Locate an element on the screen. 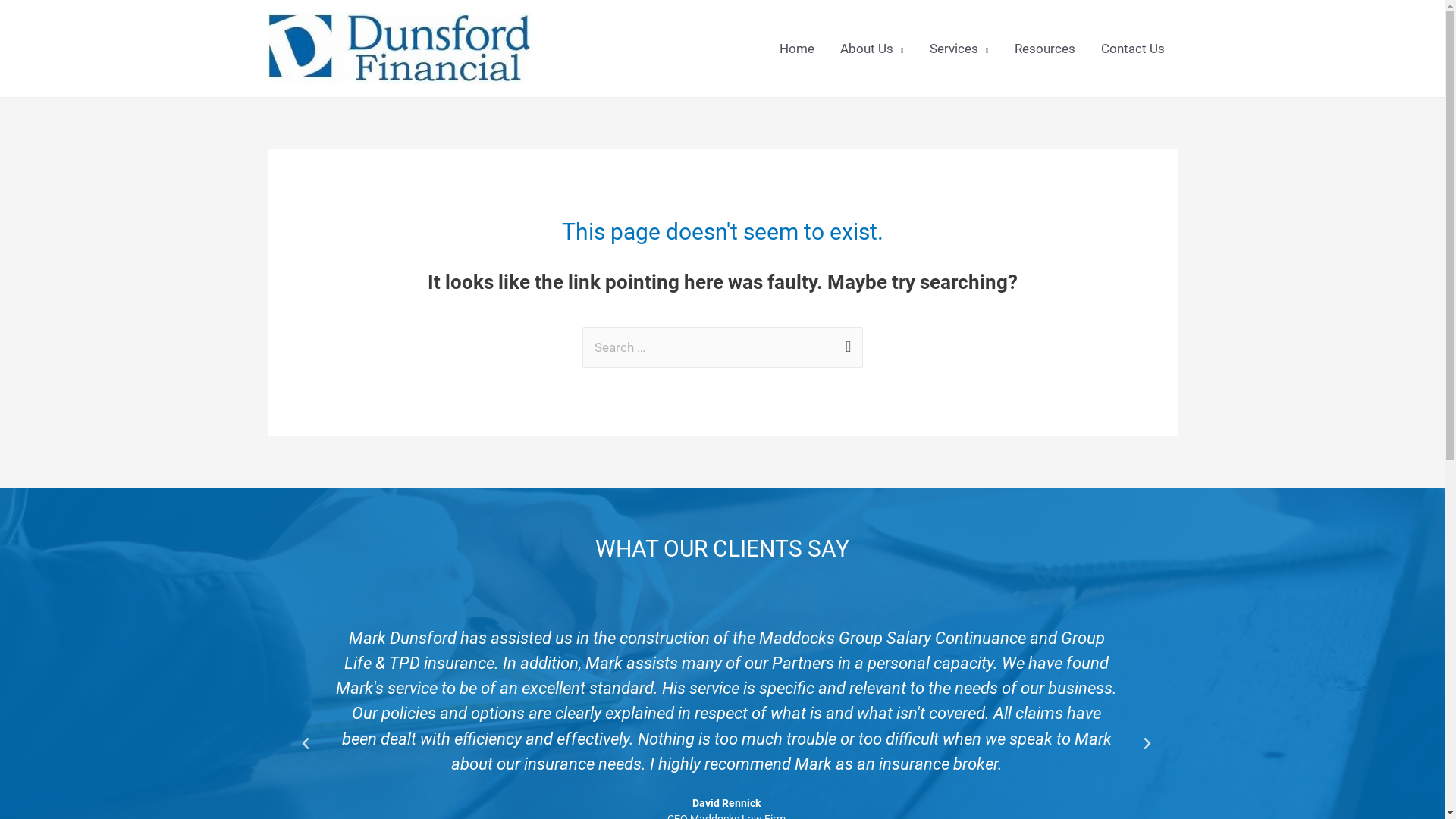  'Search' is located at coordinates (844, 342).